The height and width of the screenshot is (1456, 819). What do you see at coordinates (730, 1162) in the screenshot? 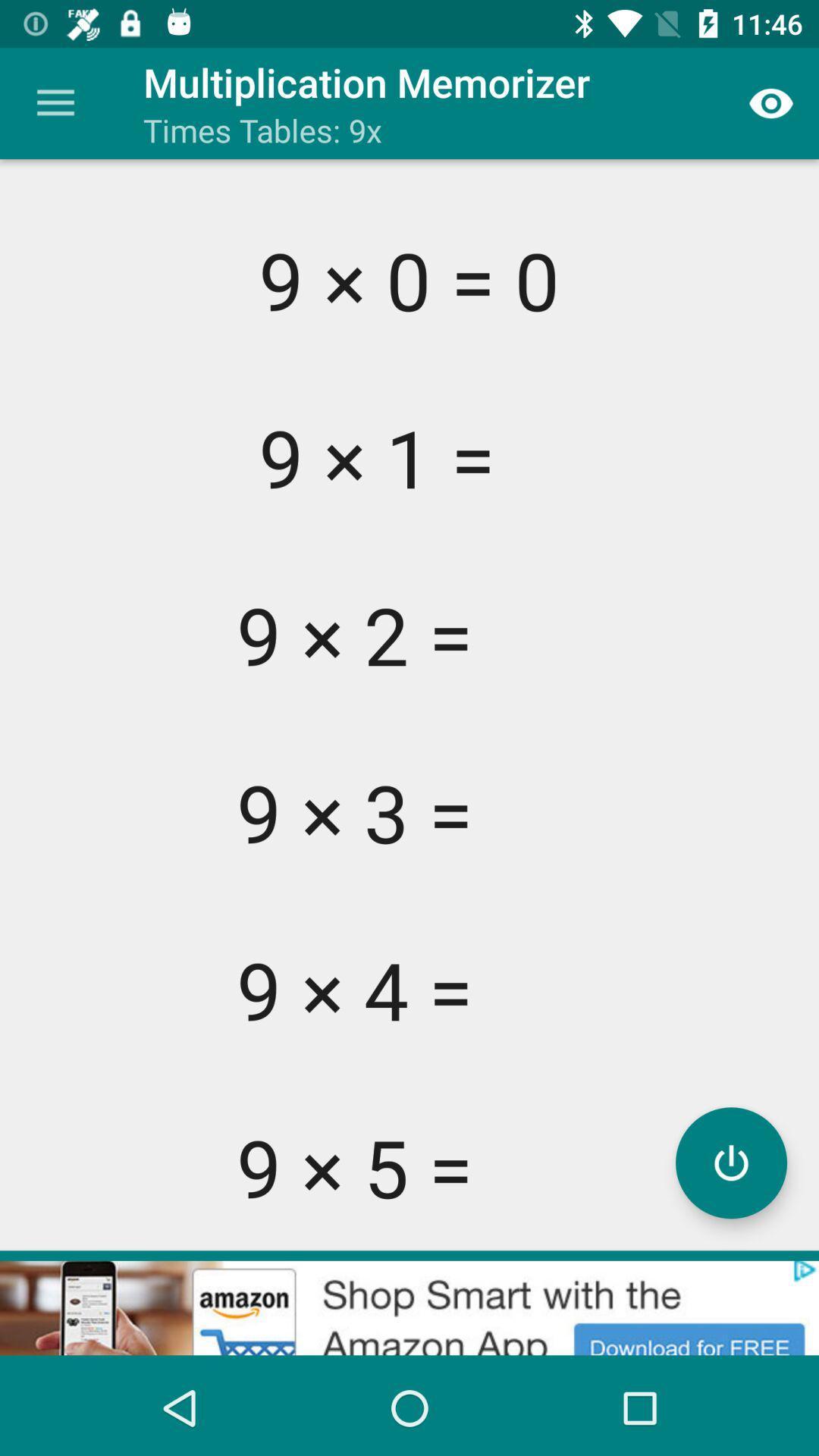
I see `the power icon` at bounding box center [730, 1162].